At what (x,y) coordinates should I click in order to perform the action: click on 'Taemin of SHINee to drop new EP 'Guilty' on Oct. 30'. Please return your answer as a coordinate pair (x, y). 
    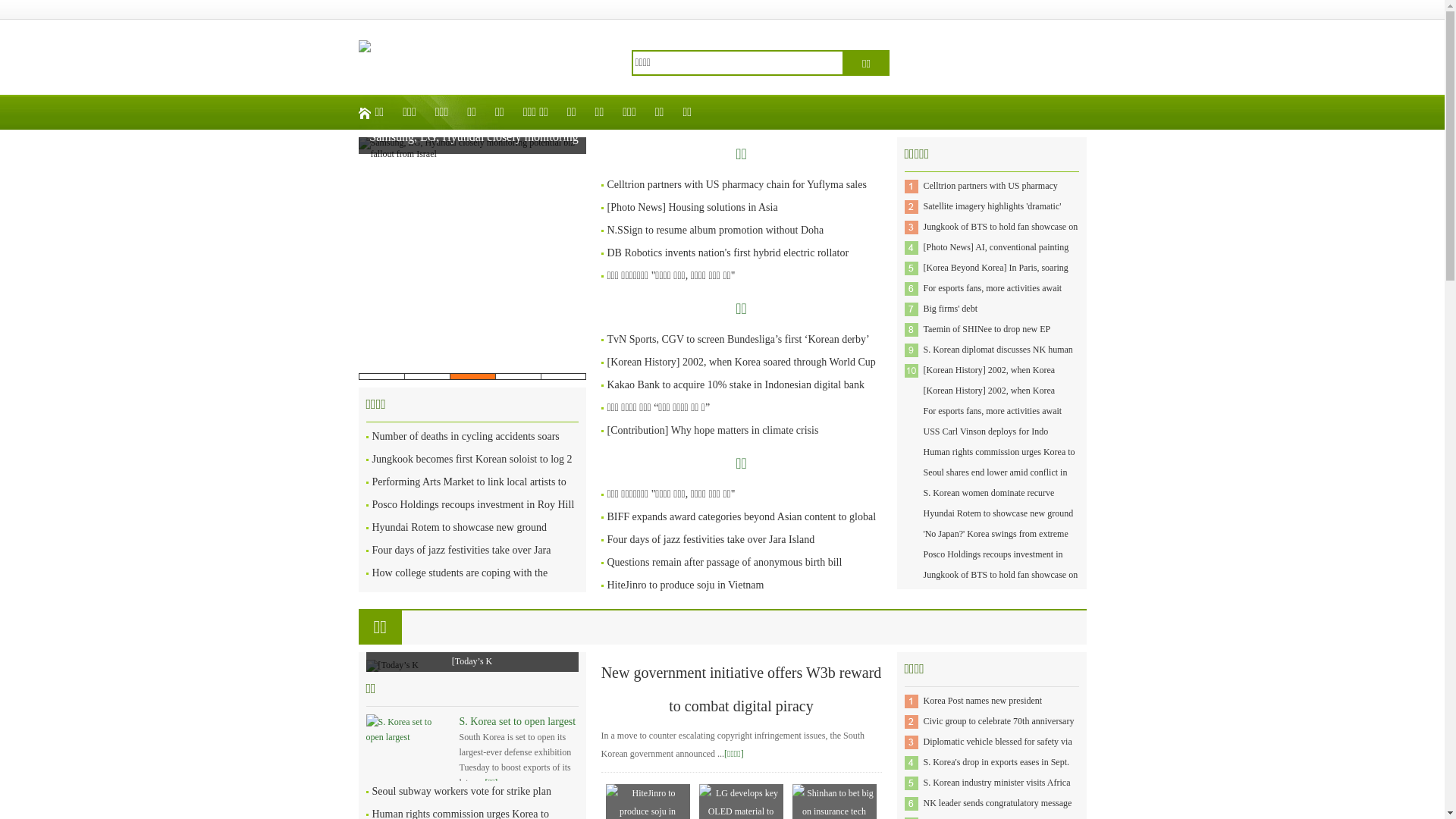
    Looking at the image, I should click on (987, 338).